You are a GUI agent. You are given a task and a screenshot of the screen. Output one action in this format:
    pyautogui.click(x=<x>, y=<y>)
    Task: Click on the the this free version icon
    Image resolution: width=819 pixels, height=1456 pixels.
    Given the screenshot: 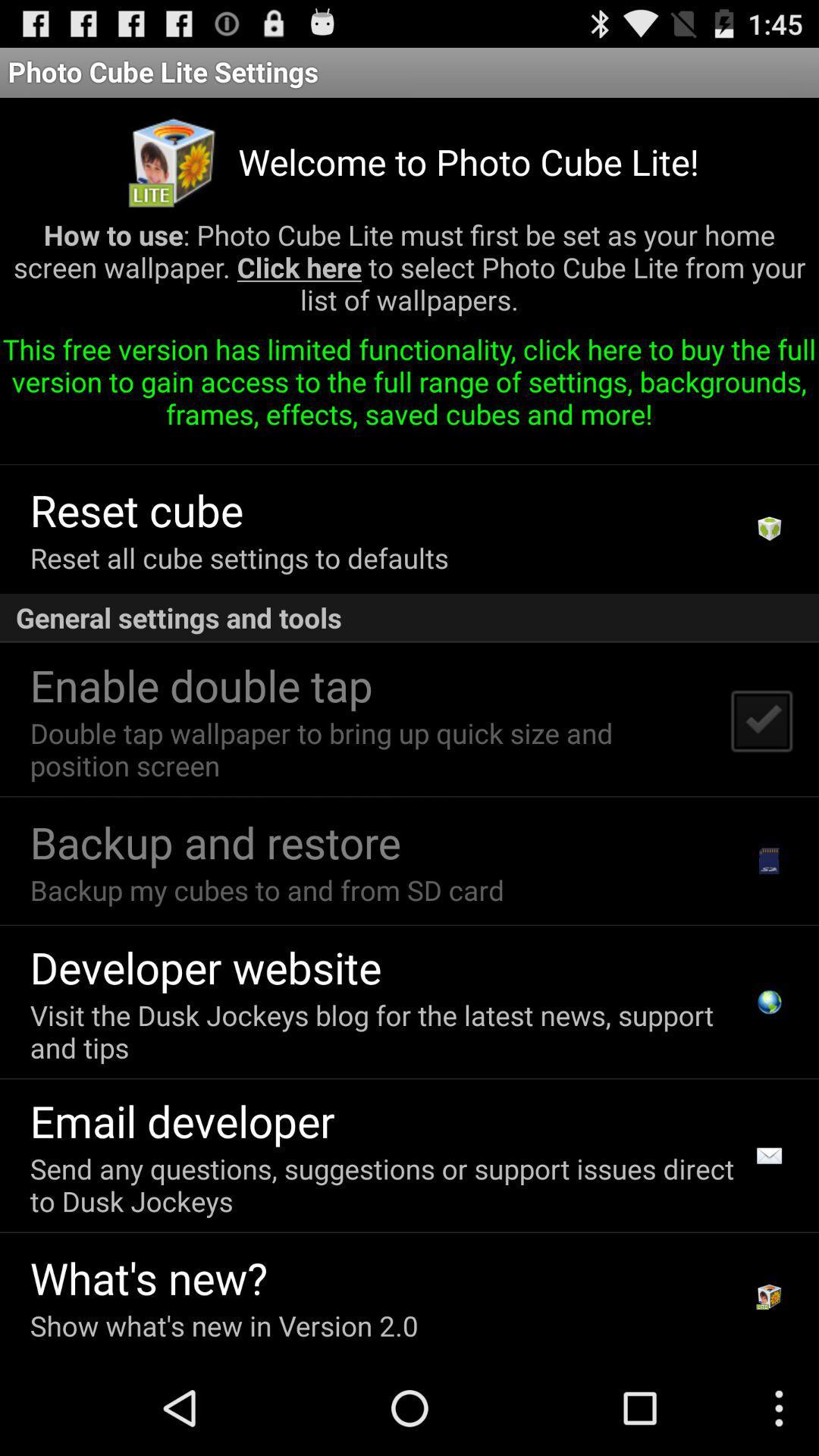 What is the action you would take?
    pyautogui.click(x=409, y=388)
    